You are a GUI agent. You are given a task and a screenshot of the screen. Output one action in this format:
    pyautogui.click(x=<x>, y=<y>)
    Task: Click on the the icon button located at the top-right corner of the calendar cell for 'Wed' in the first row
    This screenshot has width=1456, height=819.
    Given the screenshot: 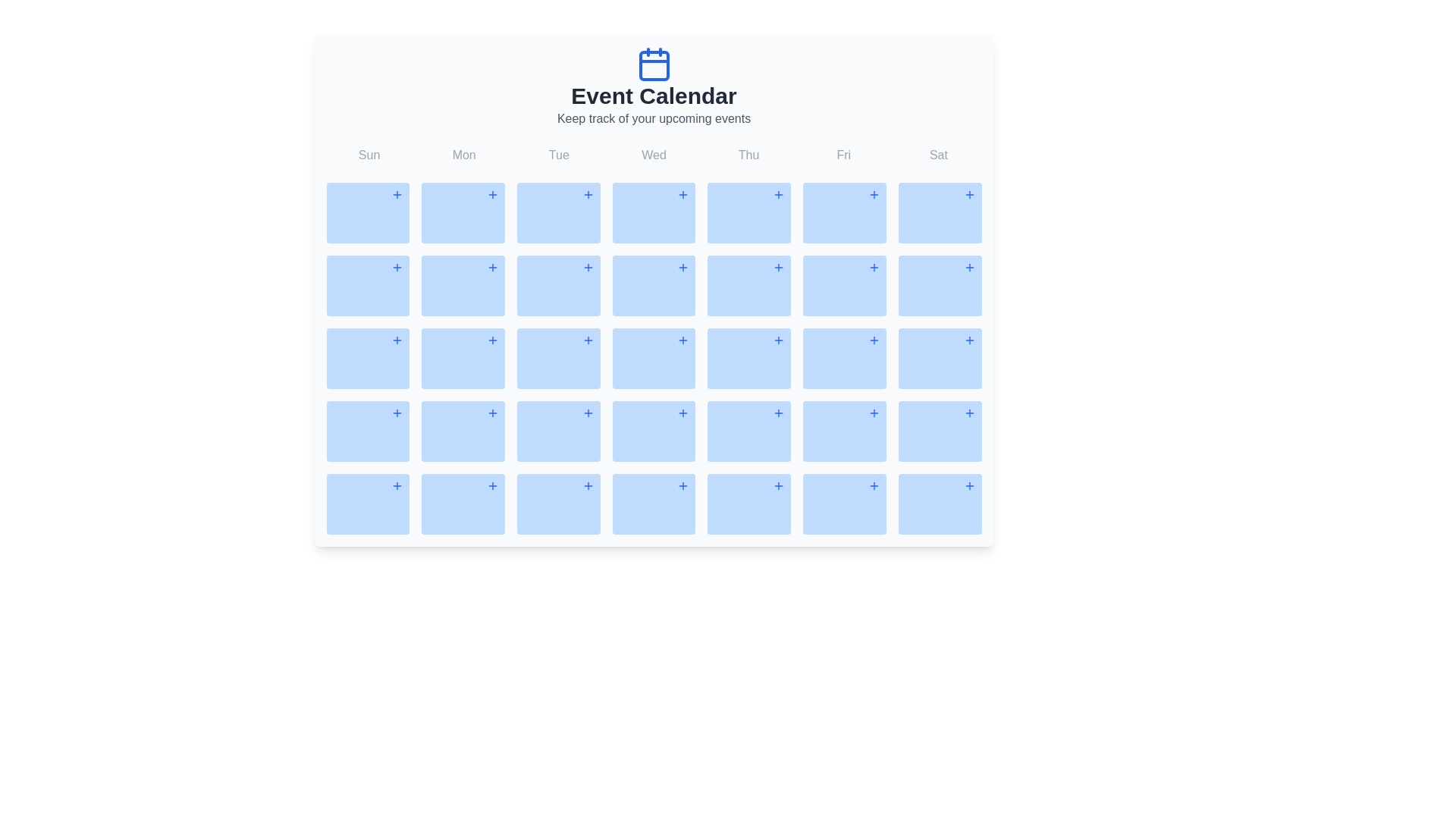 What is the action you would take?
    pyautogui.click(x=682, y=194)
    